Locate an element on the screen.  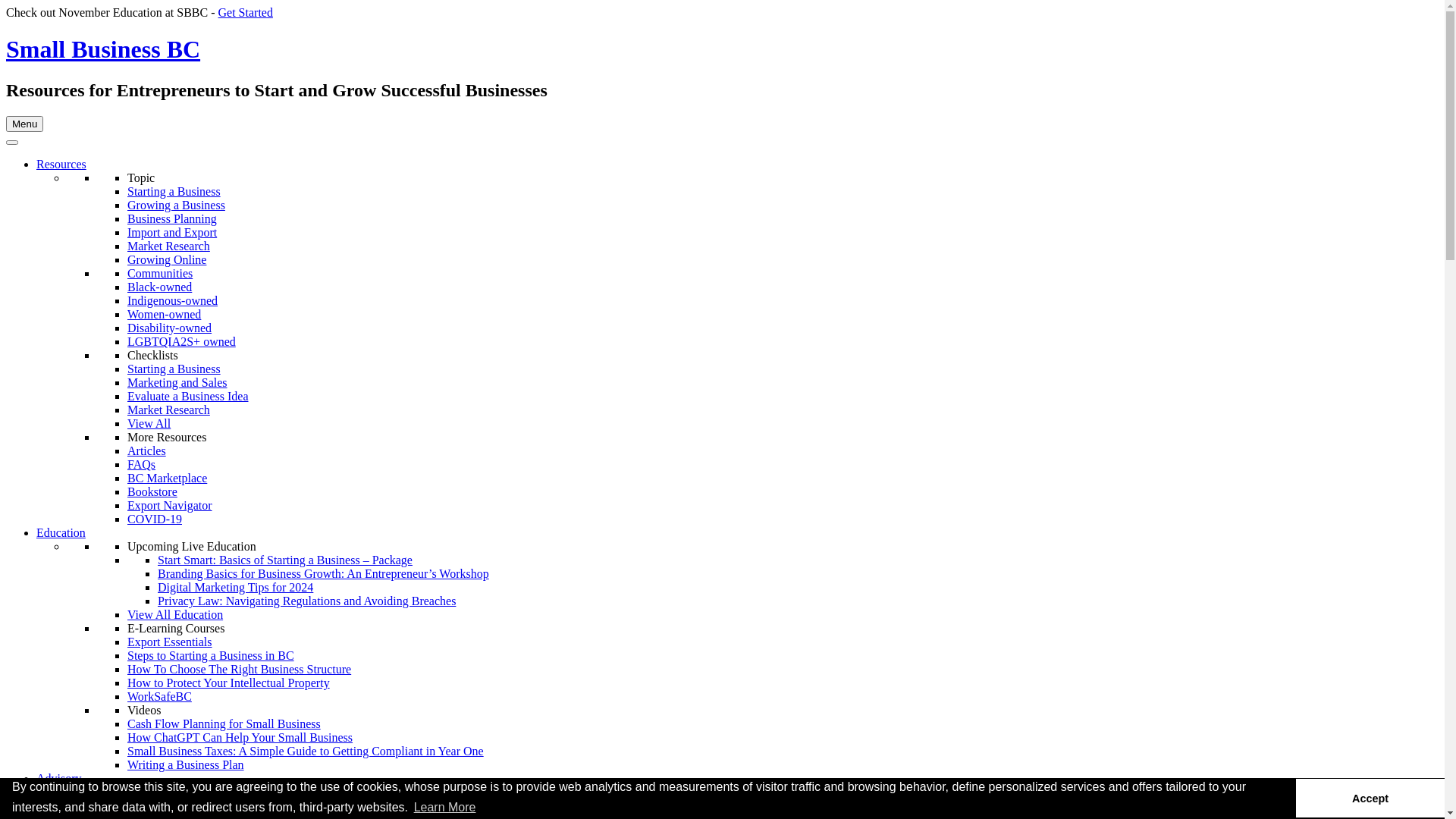
'Privacy Law: Navigating Regulations and Avoiding Breaches' is located at coordinates (306, 600).